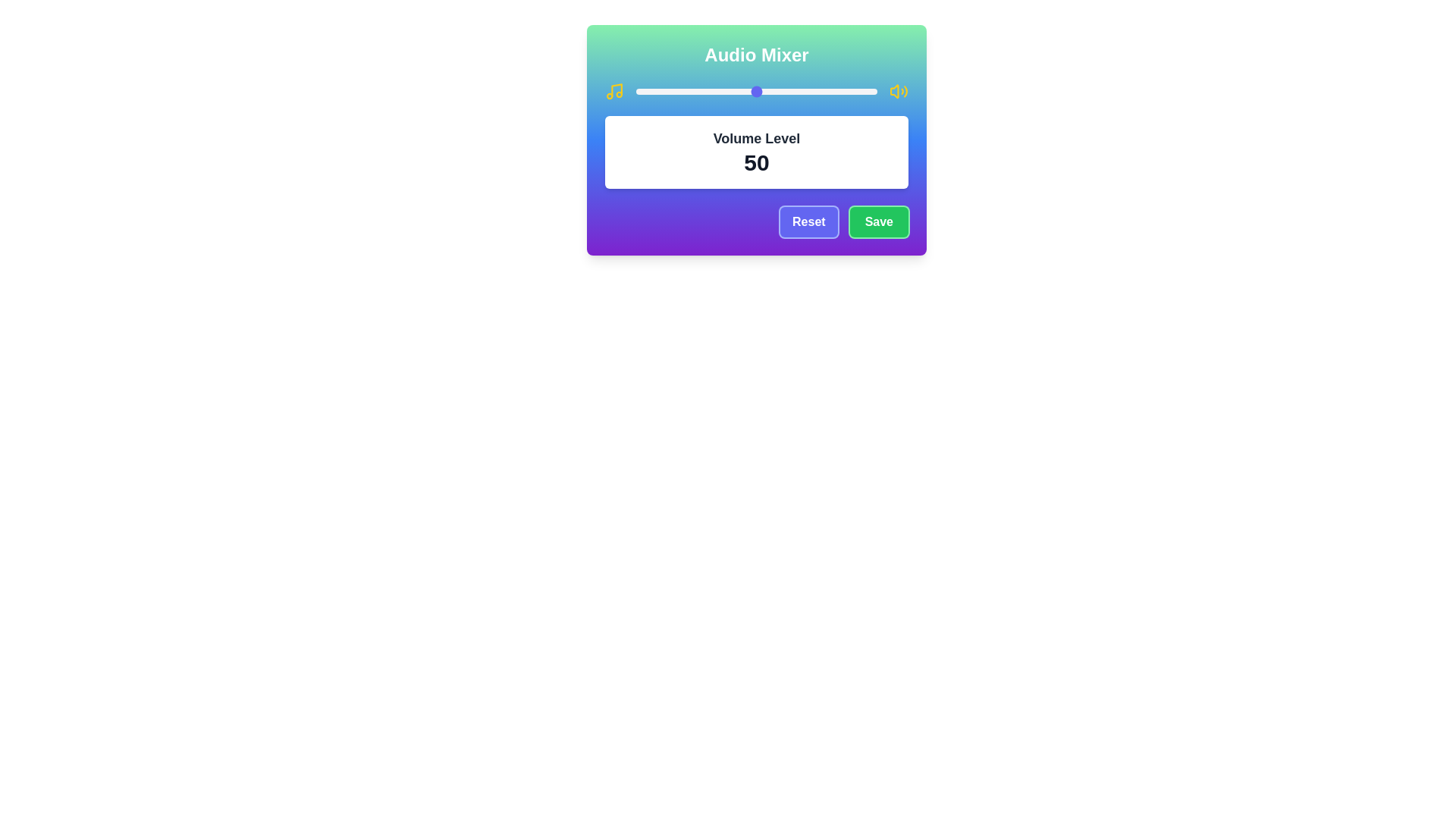 This screenshot has width=1456, height=819. What do you see at coordinates (732, 91) in the screenshot?
I see `the slider` at bounding box center [732, 91].